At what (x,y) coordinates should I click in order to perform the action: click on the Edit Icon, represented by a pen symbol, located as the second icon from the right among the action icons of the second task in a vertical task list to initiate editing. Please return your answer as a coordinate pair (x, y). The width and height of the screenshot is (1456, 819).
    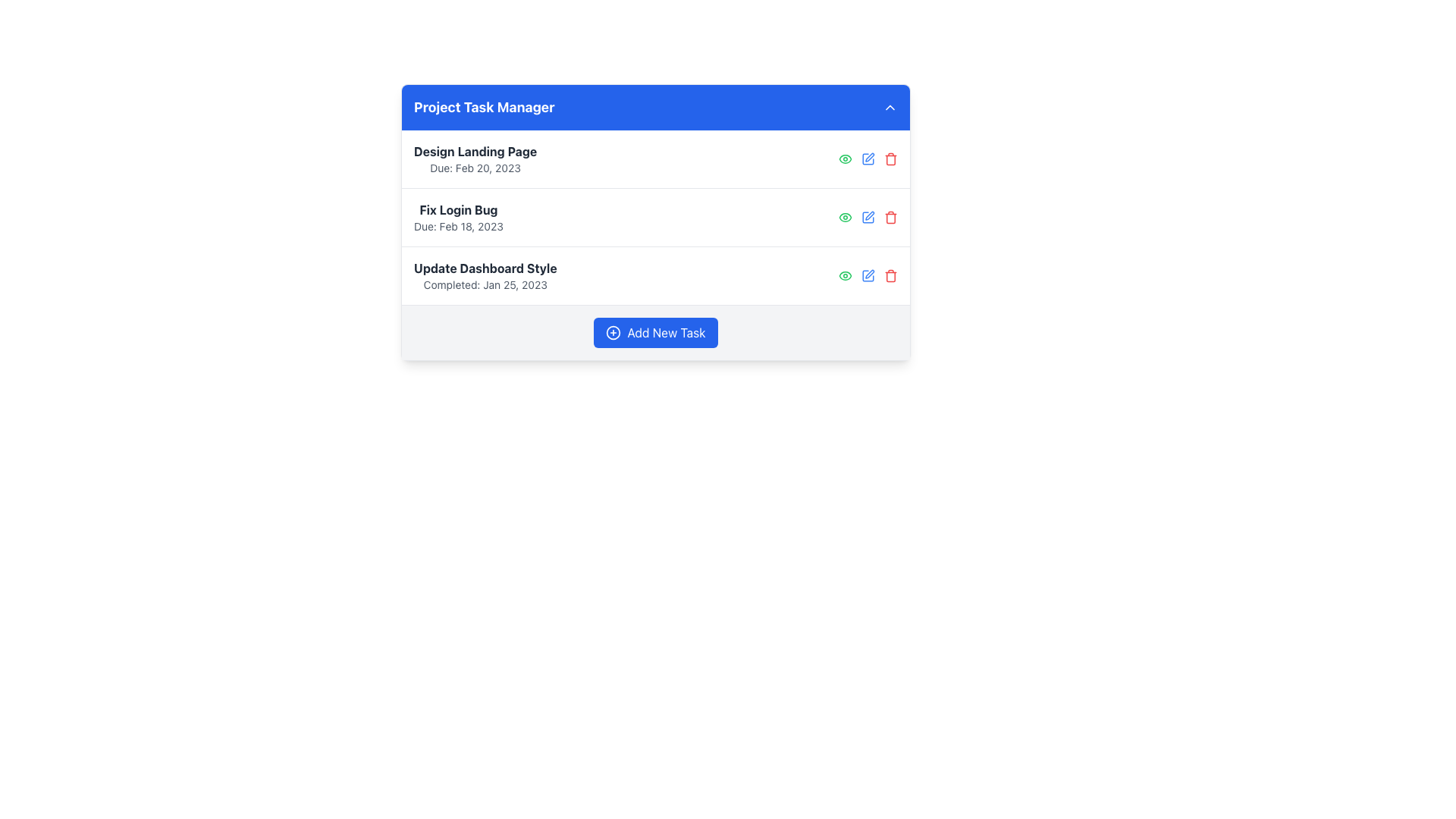
    Looking at the image, I should click on (870, 215).